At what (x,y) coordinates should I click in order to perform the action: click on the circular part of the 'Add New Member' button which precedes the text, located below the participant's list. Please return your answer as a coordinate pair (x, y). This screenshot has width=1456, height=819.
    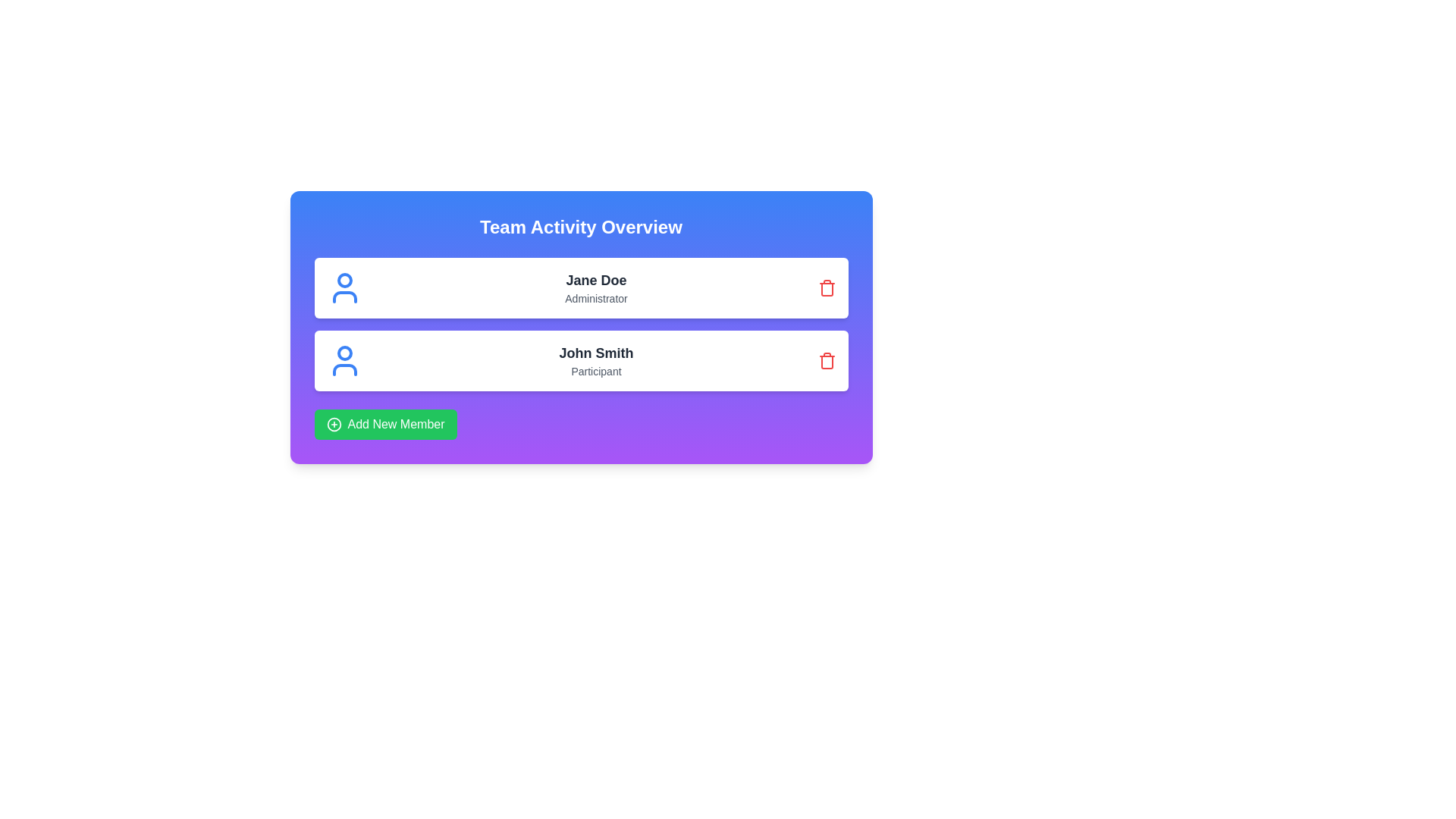
    Looking at the image, I should click on (333, 424).